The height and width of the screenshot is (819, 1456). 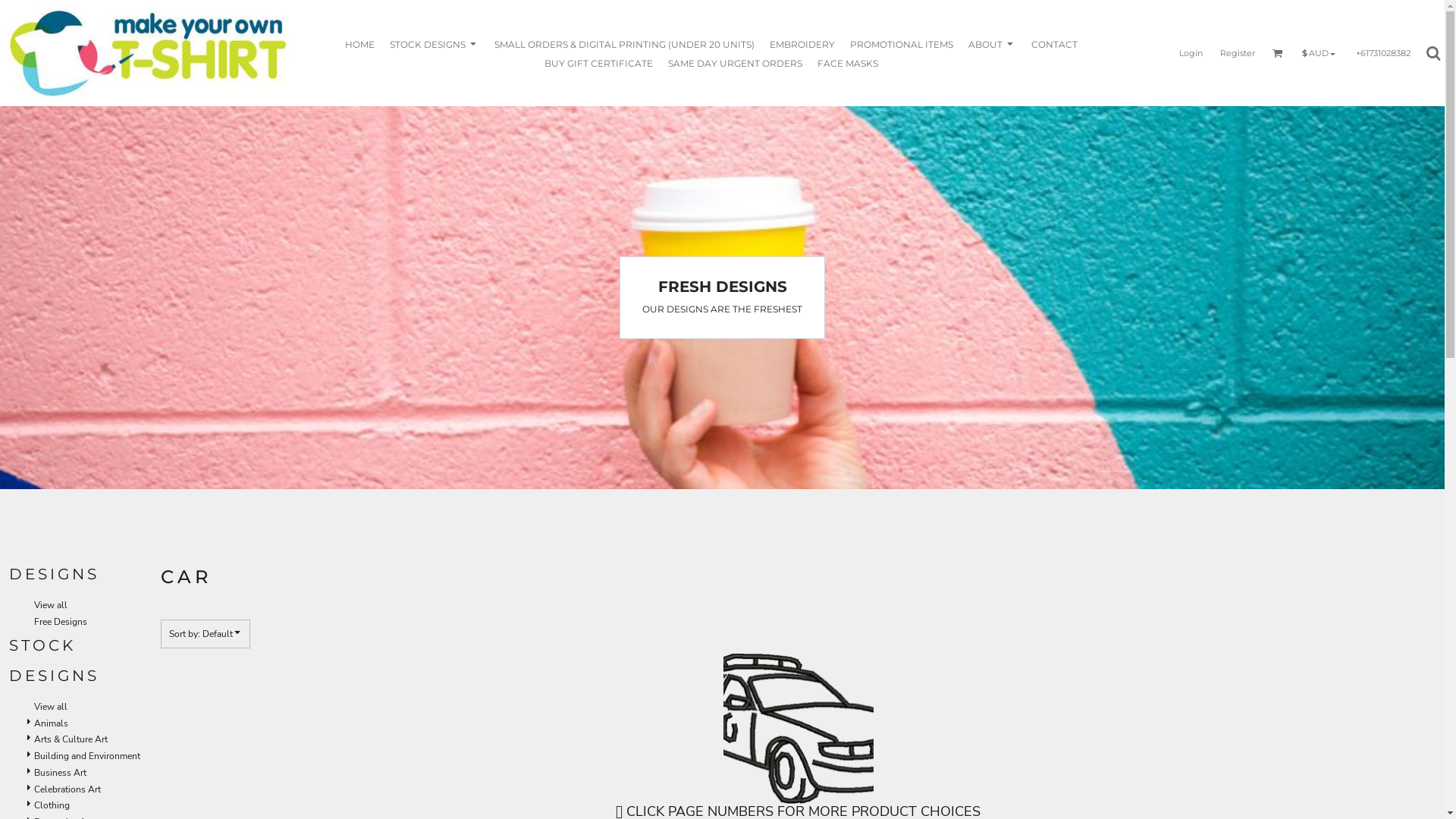 What do you see at coordinates (847, 61) in the screenshot?
I see `'FACE MASKS'` at bounding box center [847, 61].